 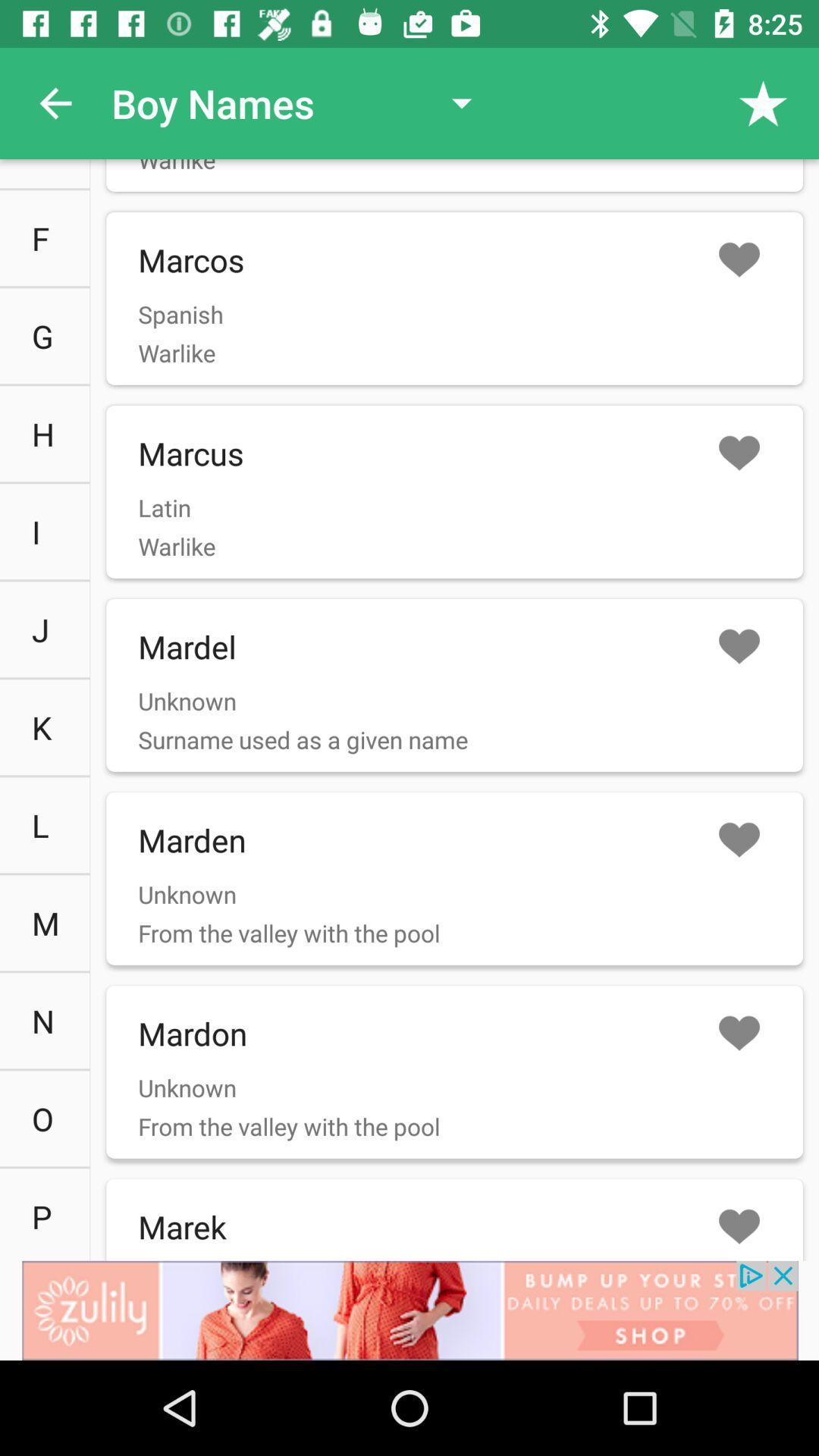 What do you see at coordinates (409, 1310) in the screenshot?
I see `advertisement page` at bounding box center [409, 1310].